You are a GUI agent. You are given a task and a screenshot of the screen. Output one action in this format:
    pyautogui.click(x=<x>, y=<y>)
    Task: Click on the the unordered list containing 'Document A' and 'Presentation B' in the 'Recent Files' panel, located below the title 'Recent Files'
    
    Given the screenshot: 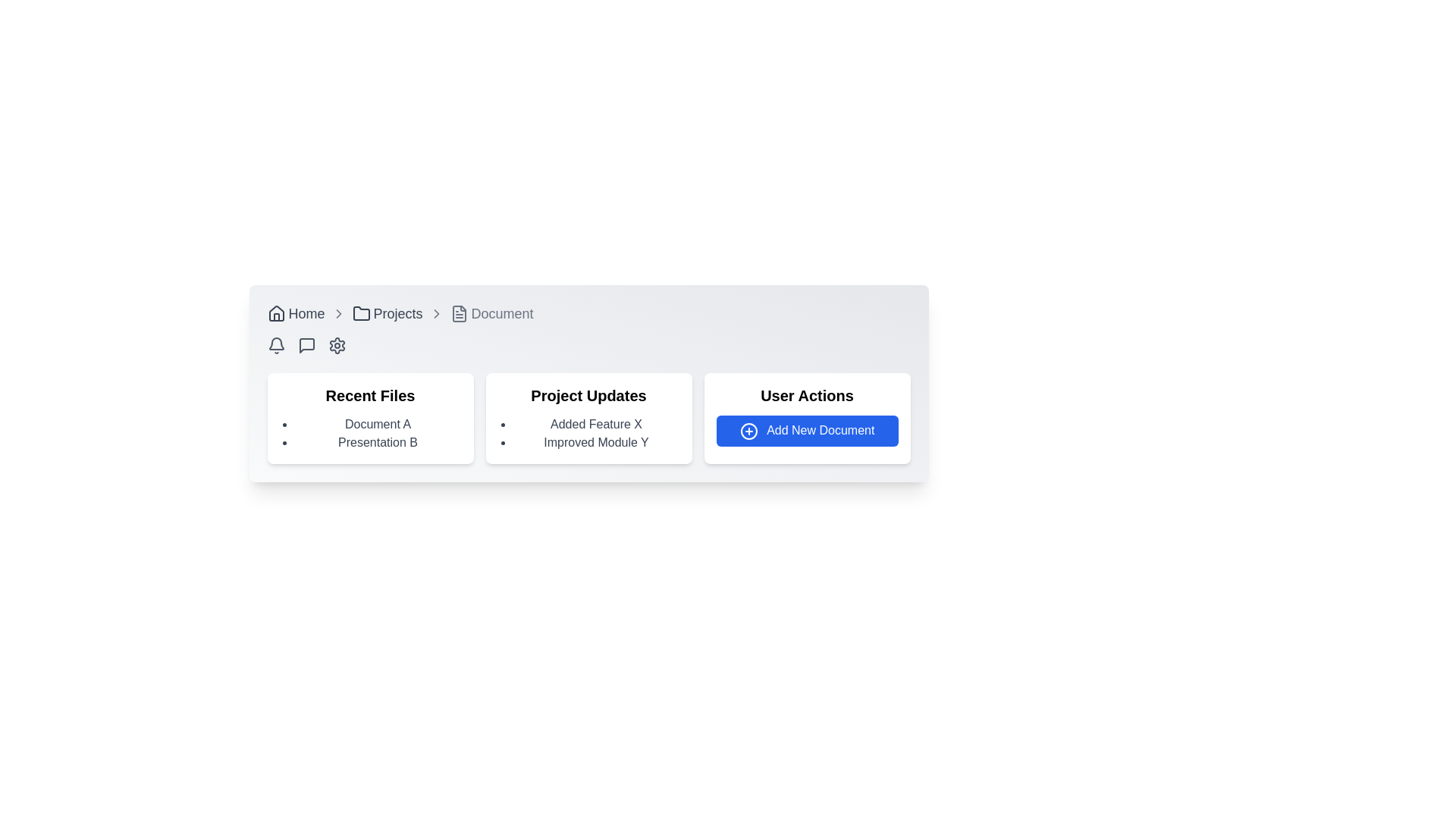 What is the action you would take?
    pyautogui.click(x=370, y=433)
    